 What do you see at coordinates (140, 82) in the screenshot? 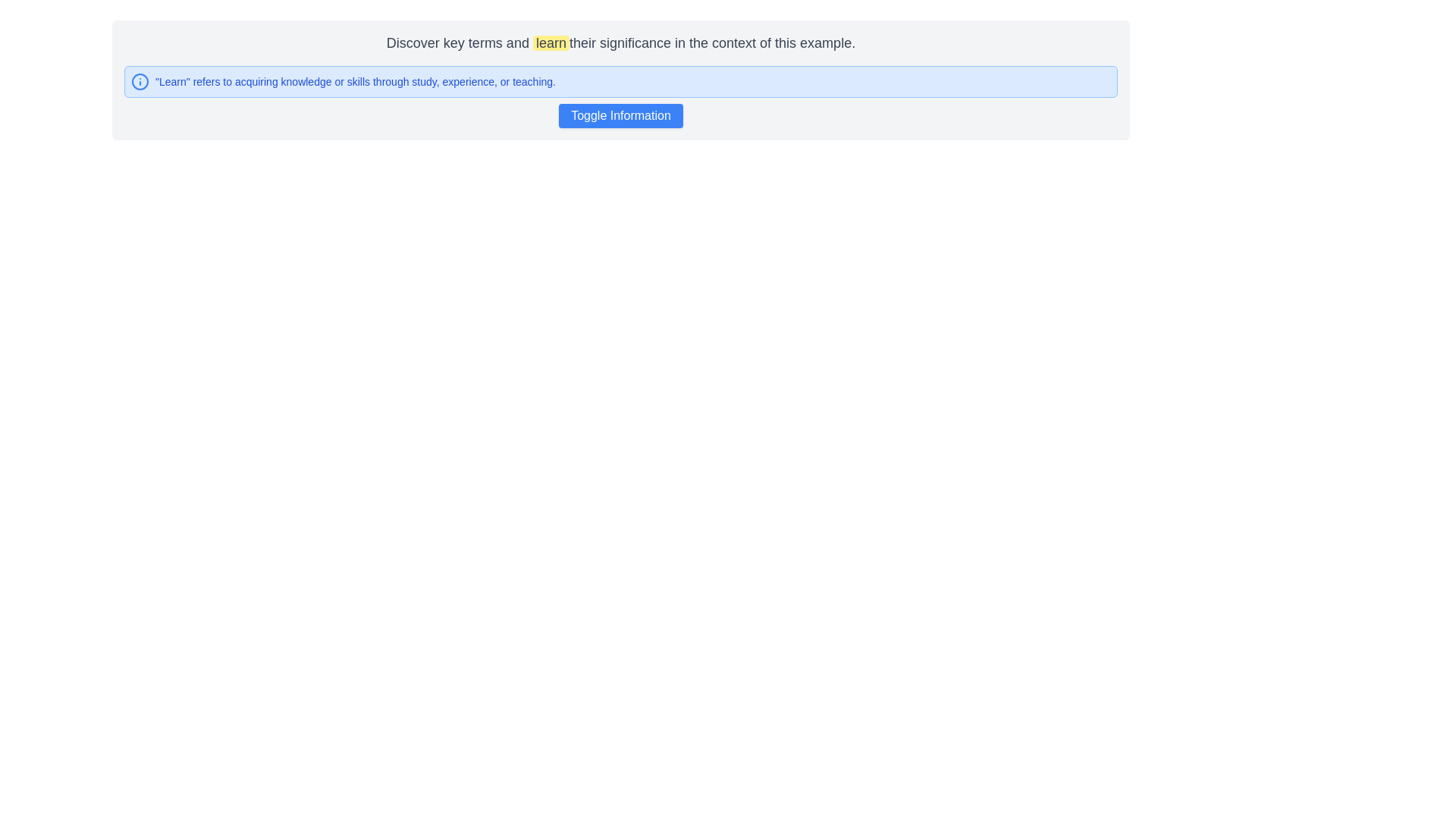
I see `the blue circular icon with a smaller circular border, which is part of a graphical representation and located slightly towards the top right of the UI, adjacent to the definition text` at bounding box center [140, 82].